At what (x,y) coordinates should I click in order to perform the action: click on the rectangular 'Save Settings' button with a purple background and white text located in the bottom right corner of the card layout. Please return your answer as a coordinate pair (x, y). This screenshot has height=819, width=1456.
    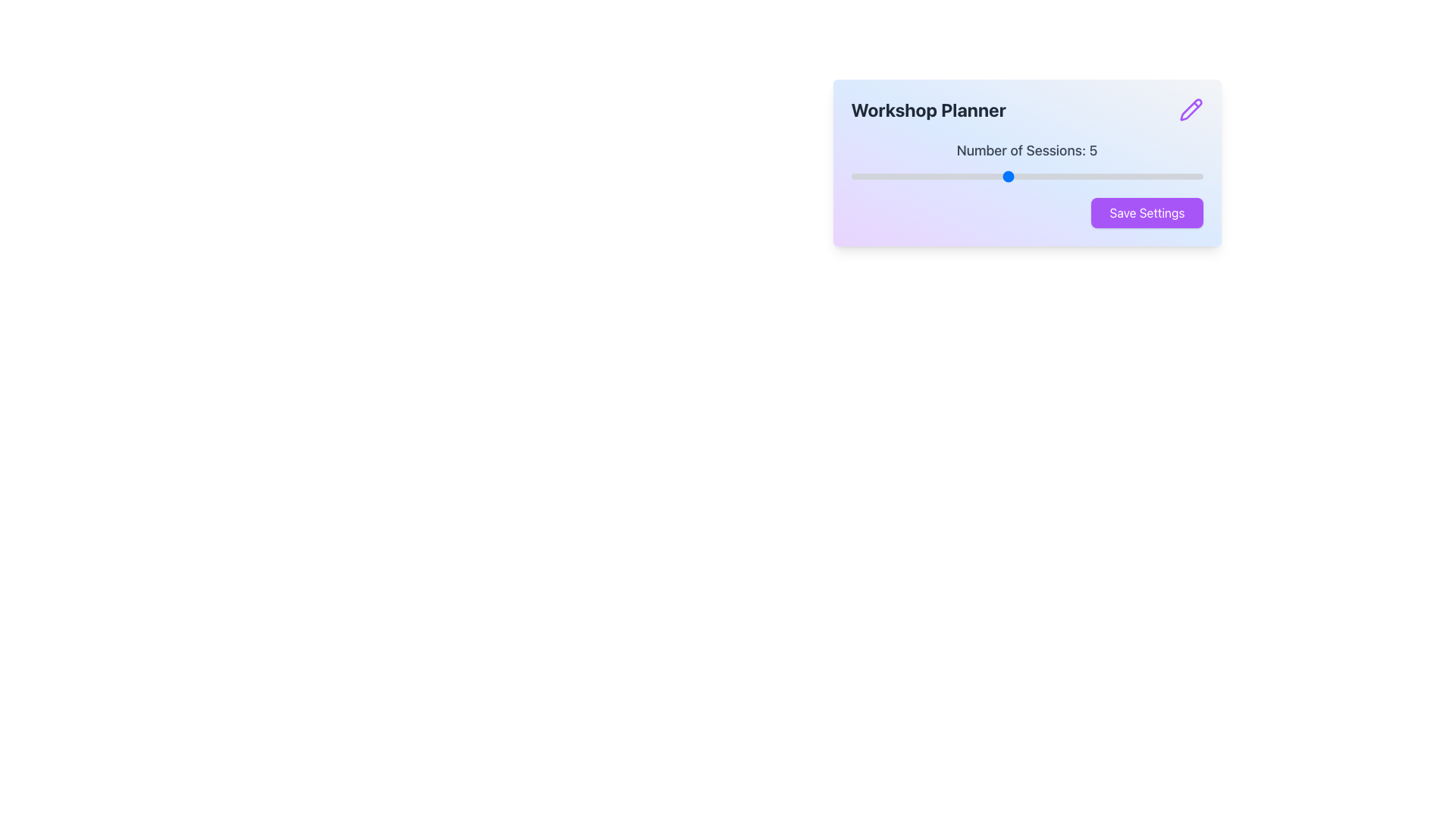
    Looking at the image, I should click on (1147, 213).